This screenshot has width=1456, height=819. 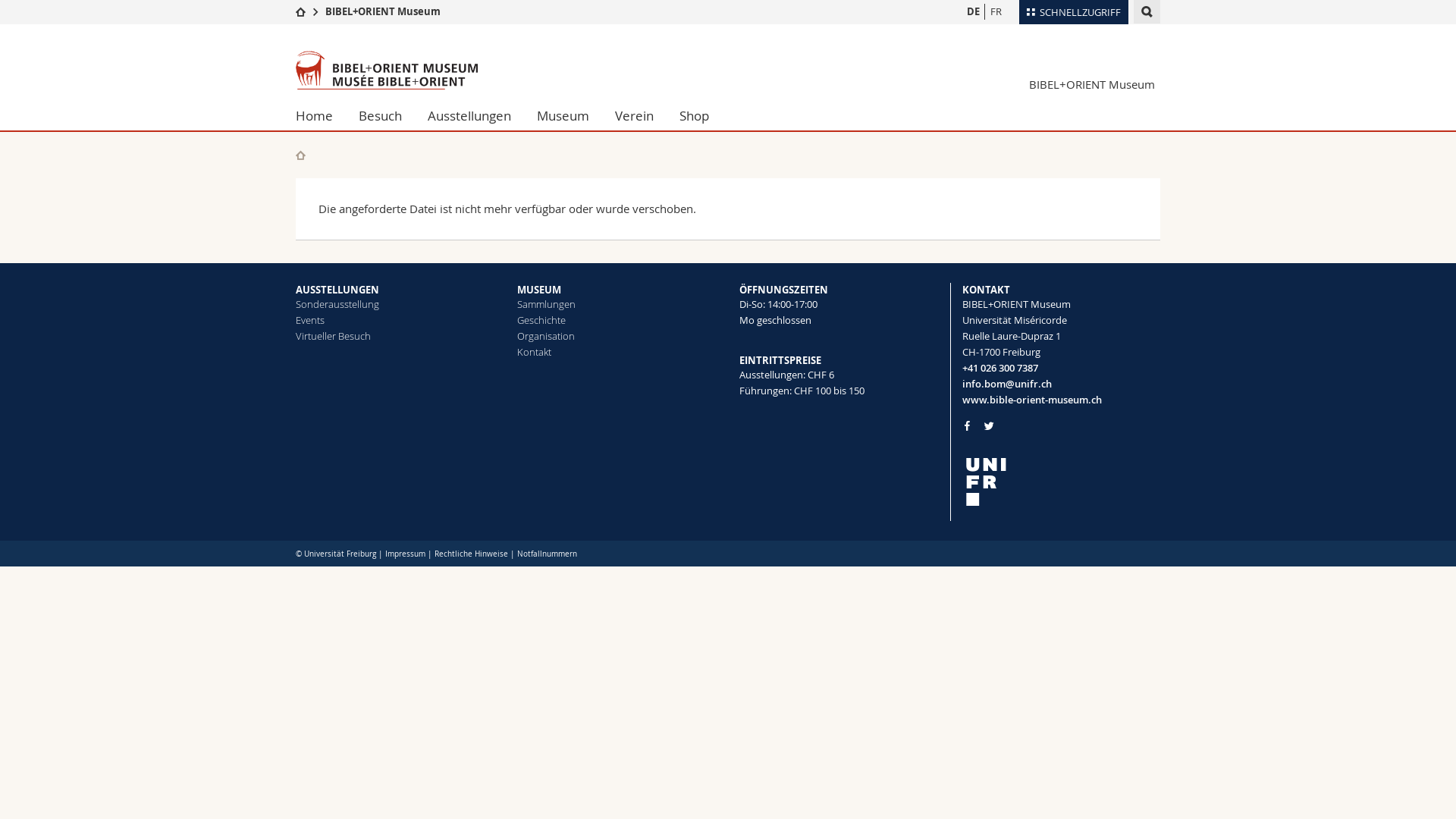 What do you see at coordinates (470, 554) in the screenshot?
I see `'Rechtliche Hinweise'` at bounding box center [470, 554].